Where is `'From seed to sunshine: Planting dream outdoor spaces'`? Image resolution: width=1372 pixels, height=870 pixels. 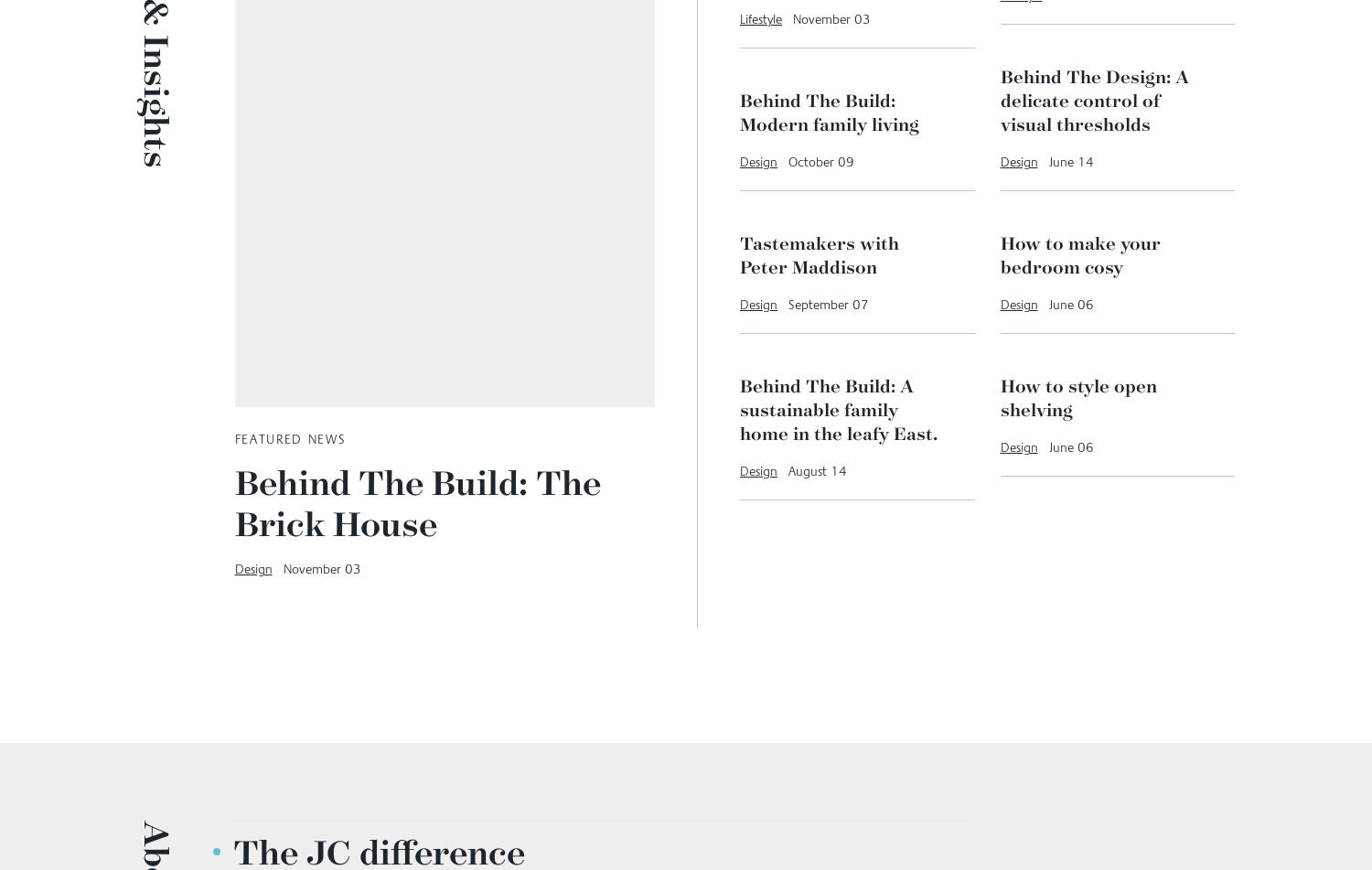
'From seed to sunshine: Planting dream outdoor spaces' is located at coordinates (844, 144).